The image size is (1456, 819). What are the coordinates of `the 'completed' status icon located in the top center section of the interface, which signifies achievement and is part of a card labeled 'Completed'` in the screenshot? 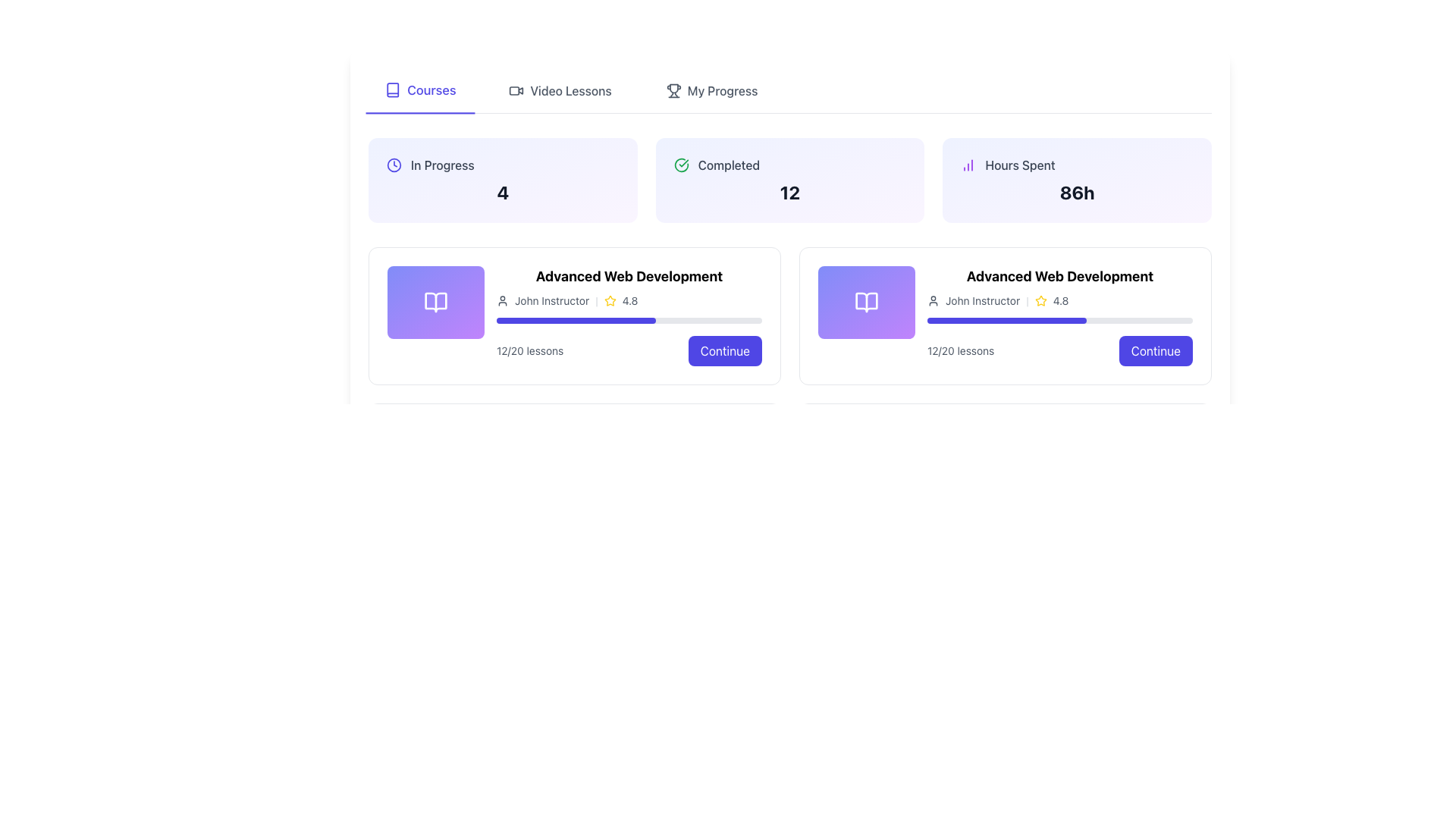 It's located at (680, 165).